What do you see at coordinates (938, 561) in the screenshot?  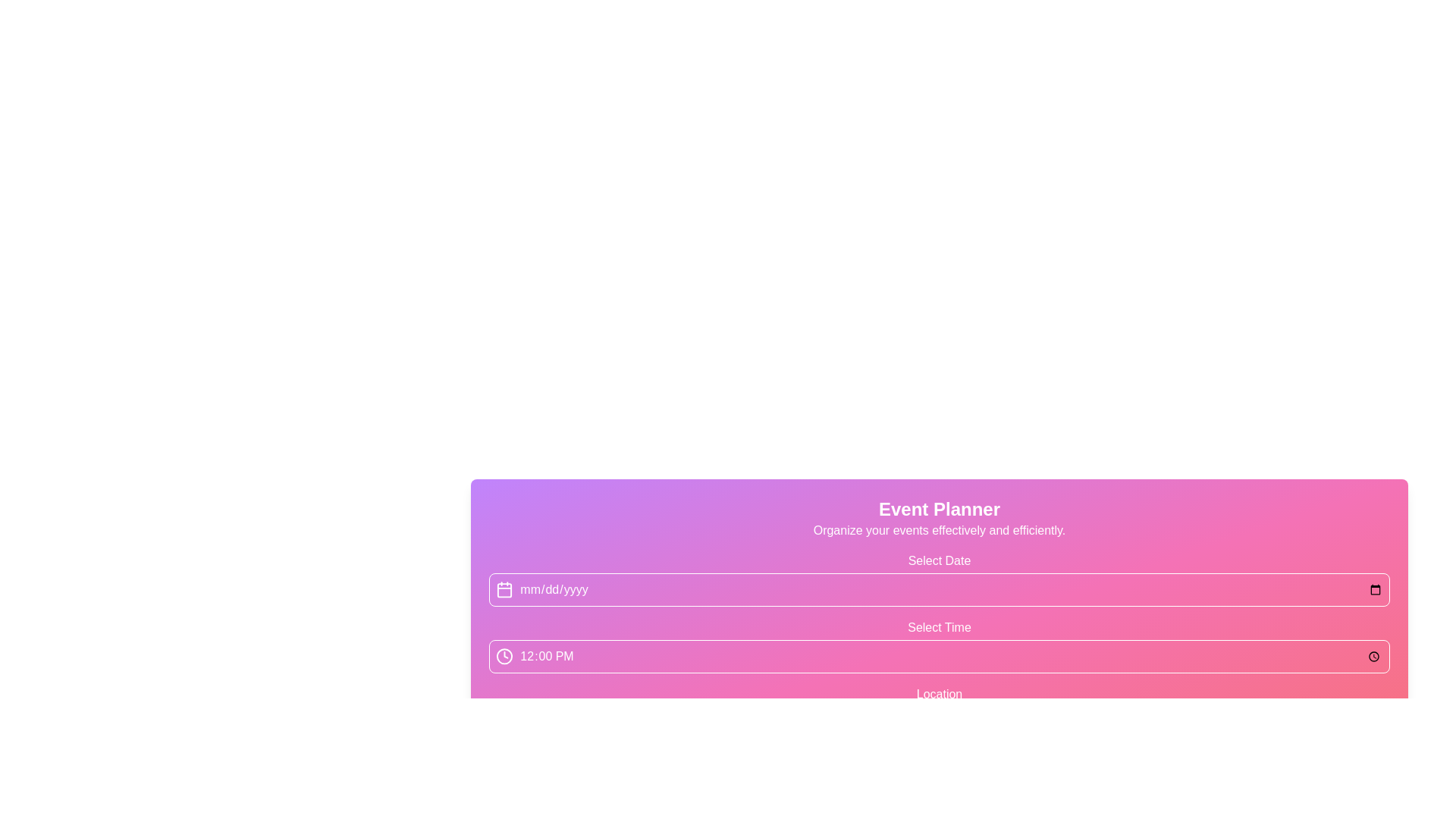 I see `Text Label that indicates the usage or purpose of the associated date input field, positioned above the bordered input field and icon` at bounding box center [938, 561].